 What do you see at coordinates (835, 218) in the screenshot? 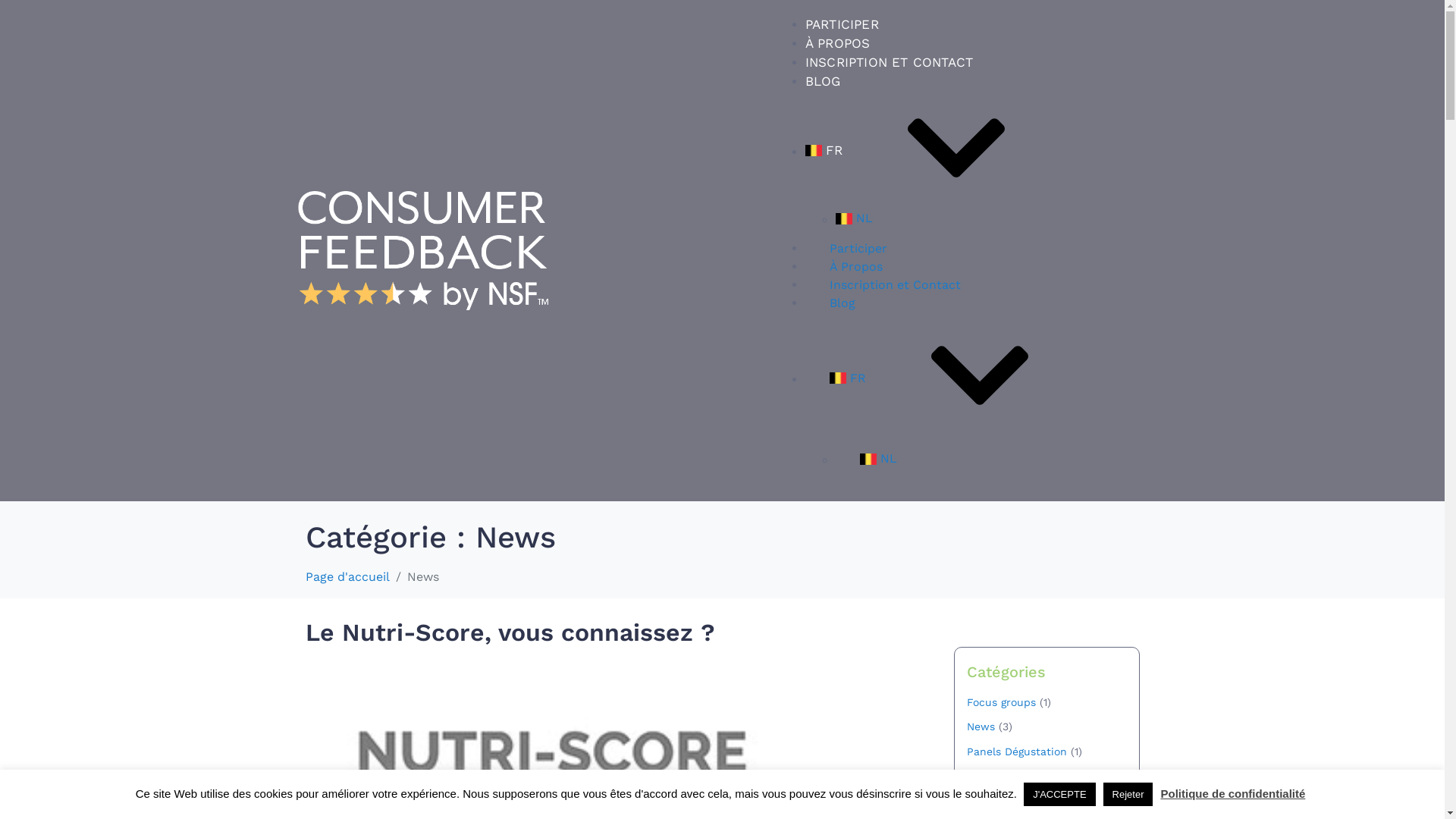
I see `'NL'` at bounding box center [835, 218].